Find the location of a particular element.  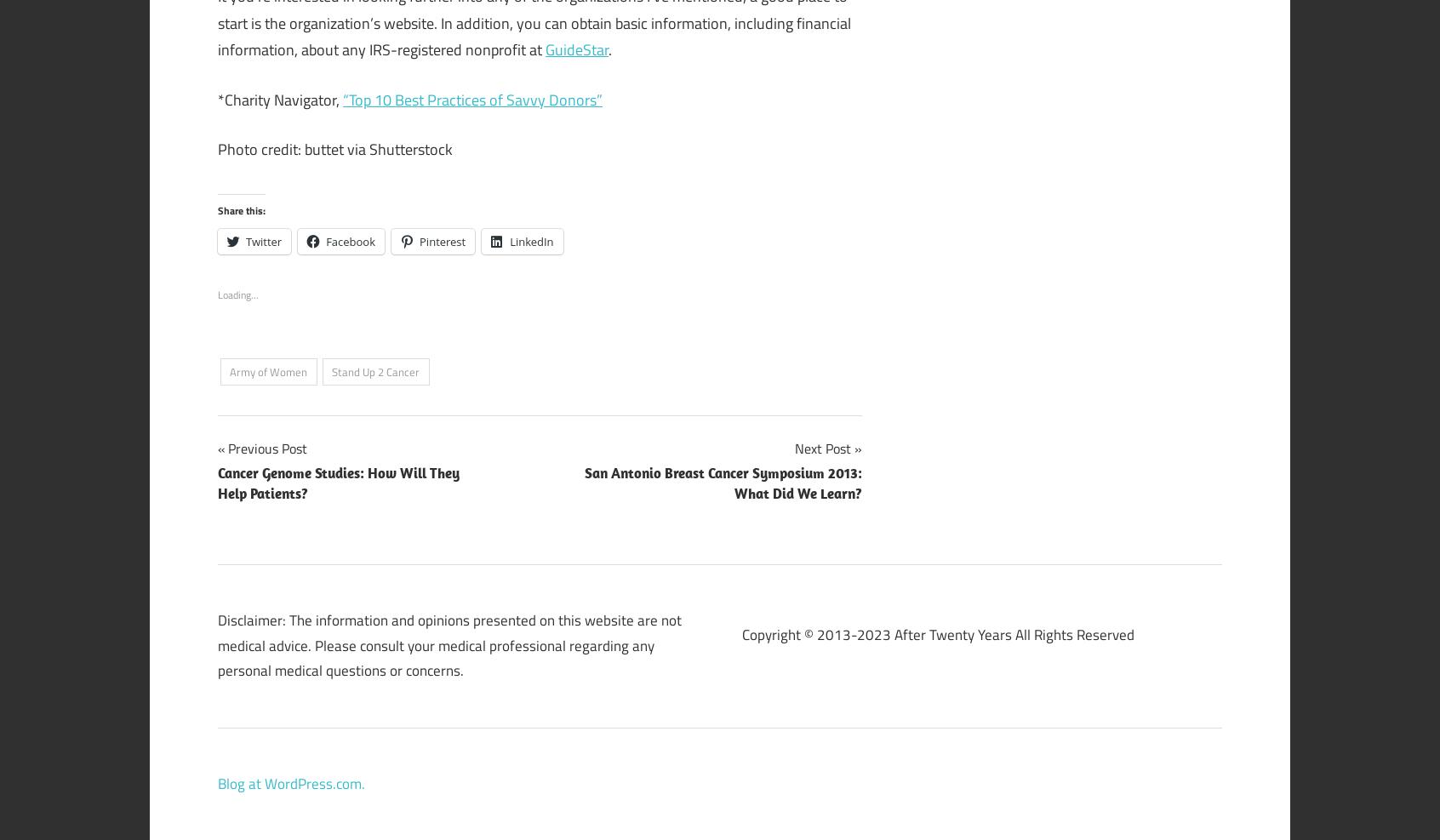

'Loading...' is located at coordinates (217, 293).